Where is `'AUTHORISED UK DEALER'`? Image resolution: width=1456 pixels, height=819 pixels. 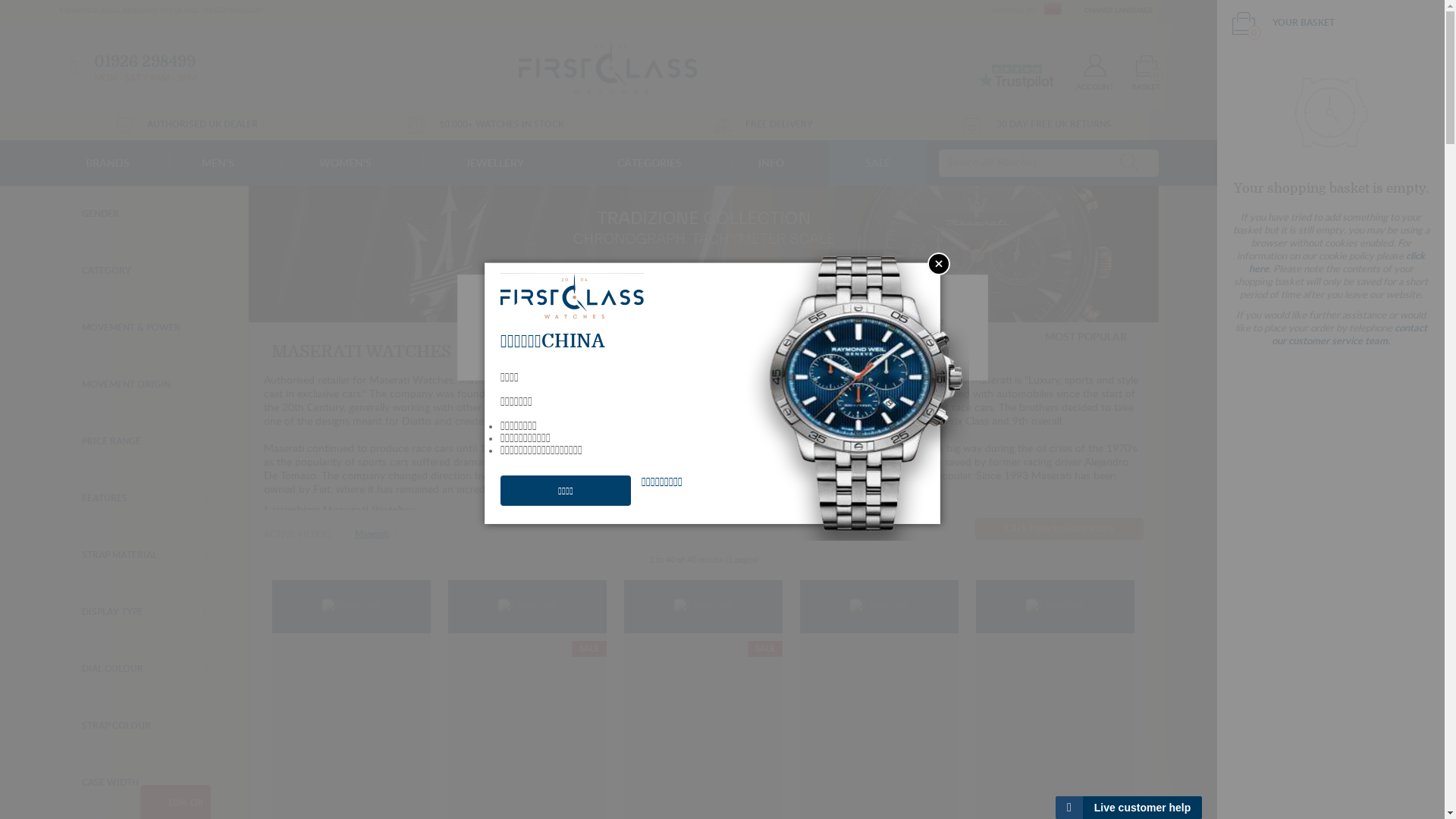 'AUTHORISED UK DEALER' is located at coordinates (179, 124).